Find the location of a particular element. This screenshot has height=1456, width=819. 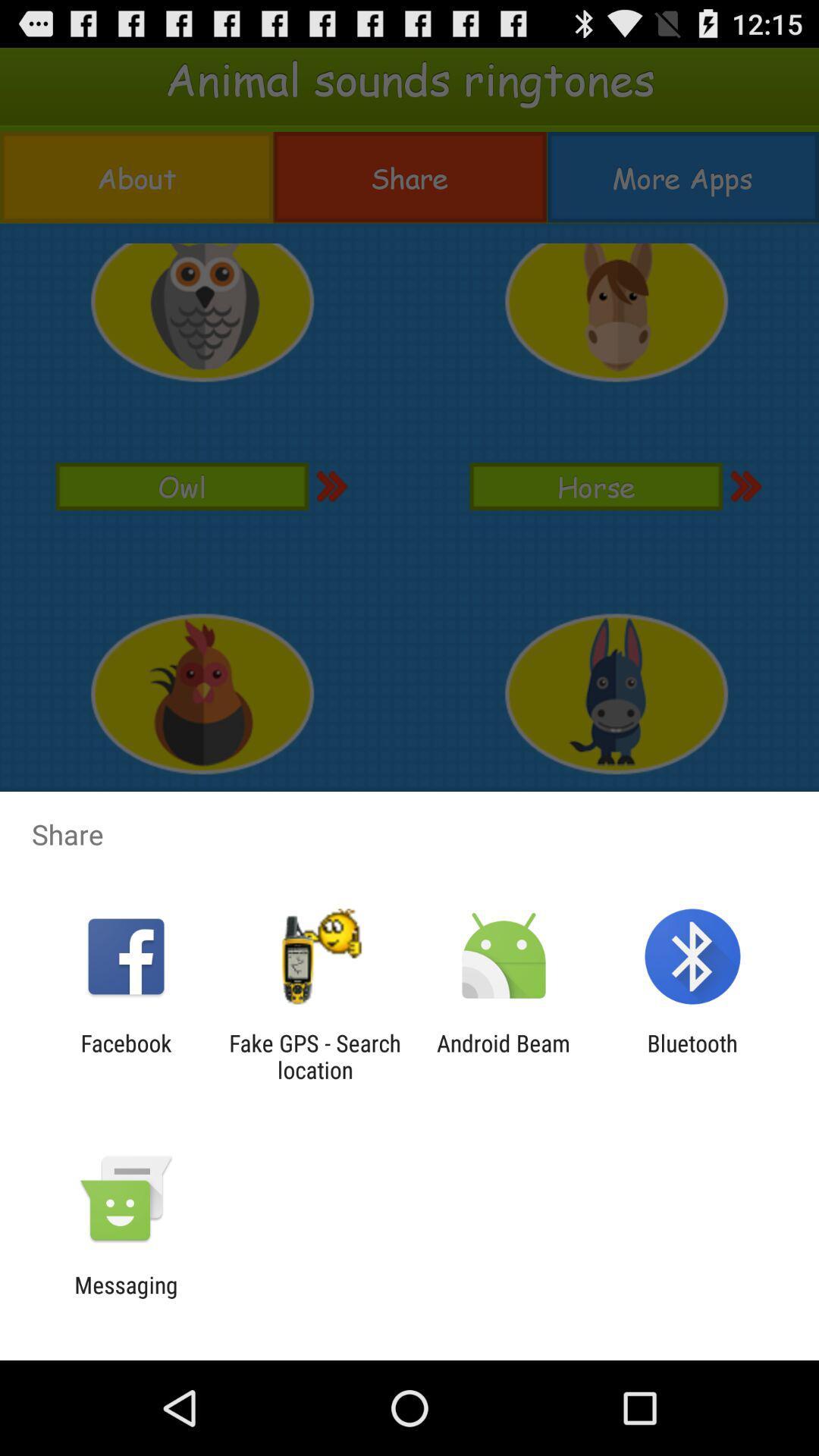

the bluetooth at the bottom right corner is located at coordinates (692, 1056).